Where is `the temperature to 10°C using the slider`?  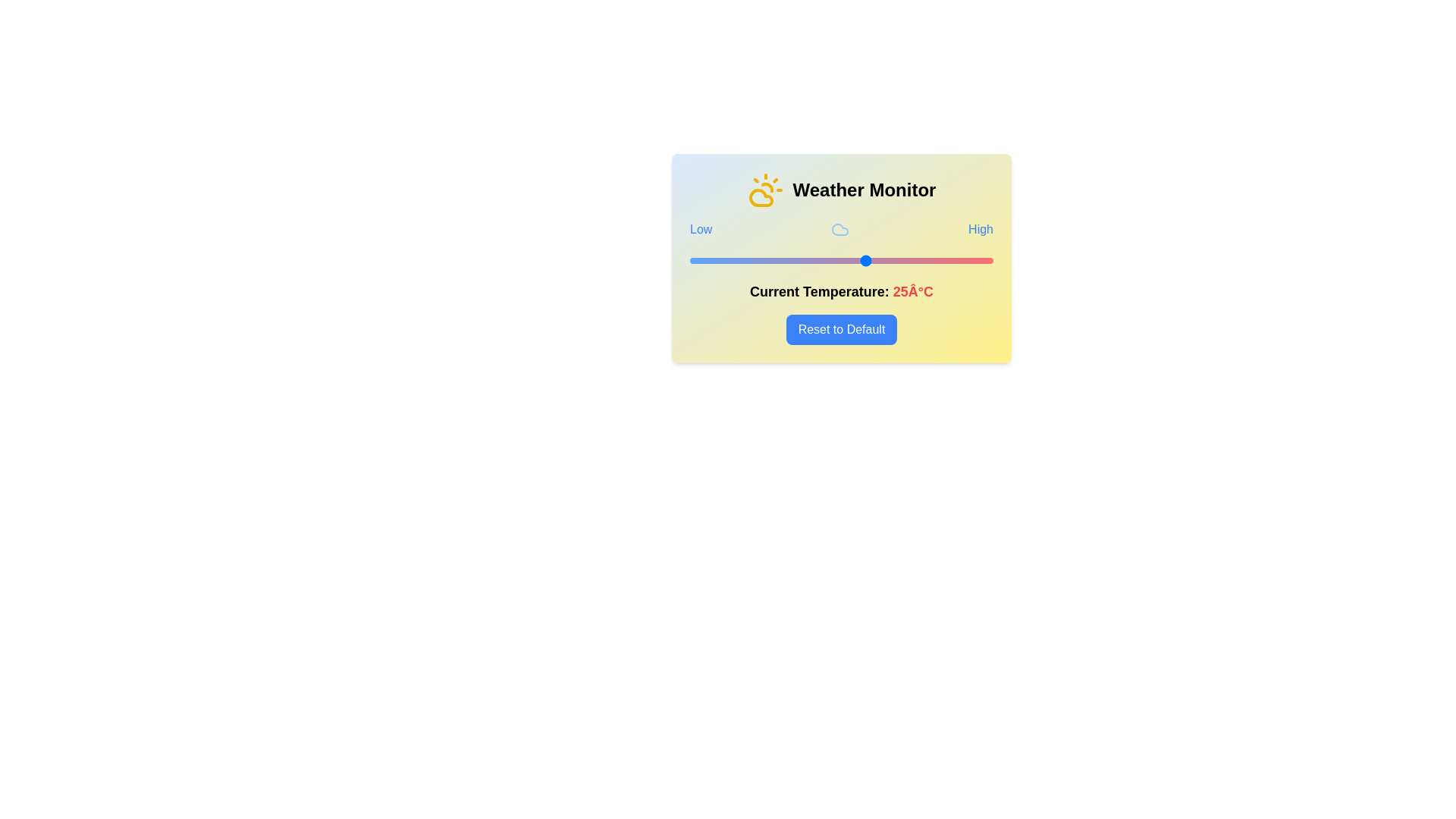 the temperature to 10°C using the slider is located at coordinates (790, 259).